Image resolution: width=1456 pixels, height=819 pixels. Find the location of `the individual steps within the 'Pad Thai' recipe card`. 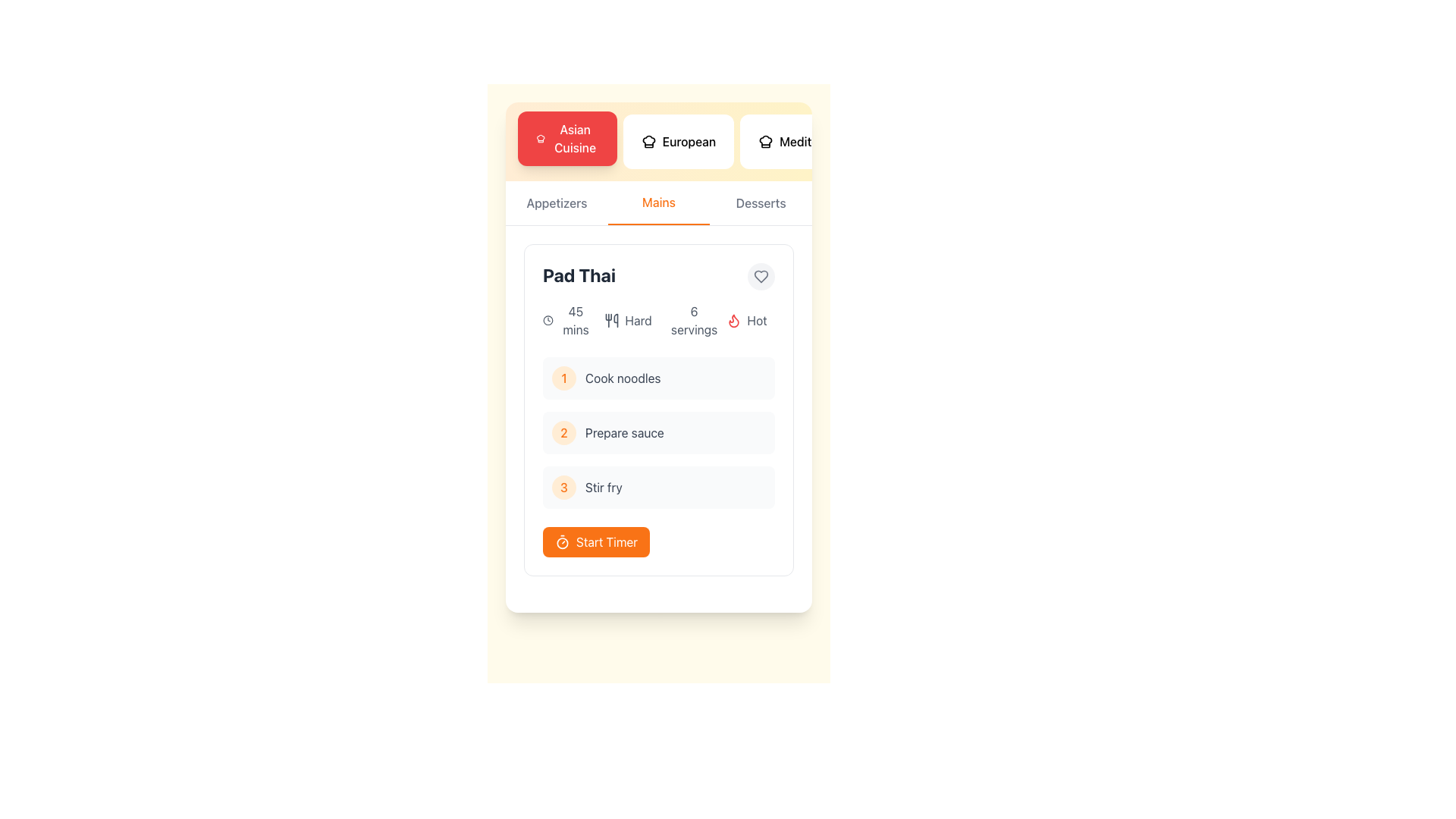

the individual steps within the 'Pad Thai' recipe card is located at coordinates (658, 409).